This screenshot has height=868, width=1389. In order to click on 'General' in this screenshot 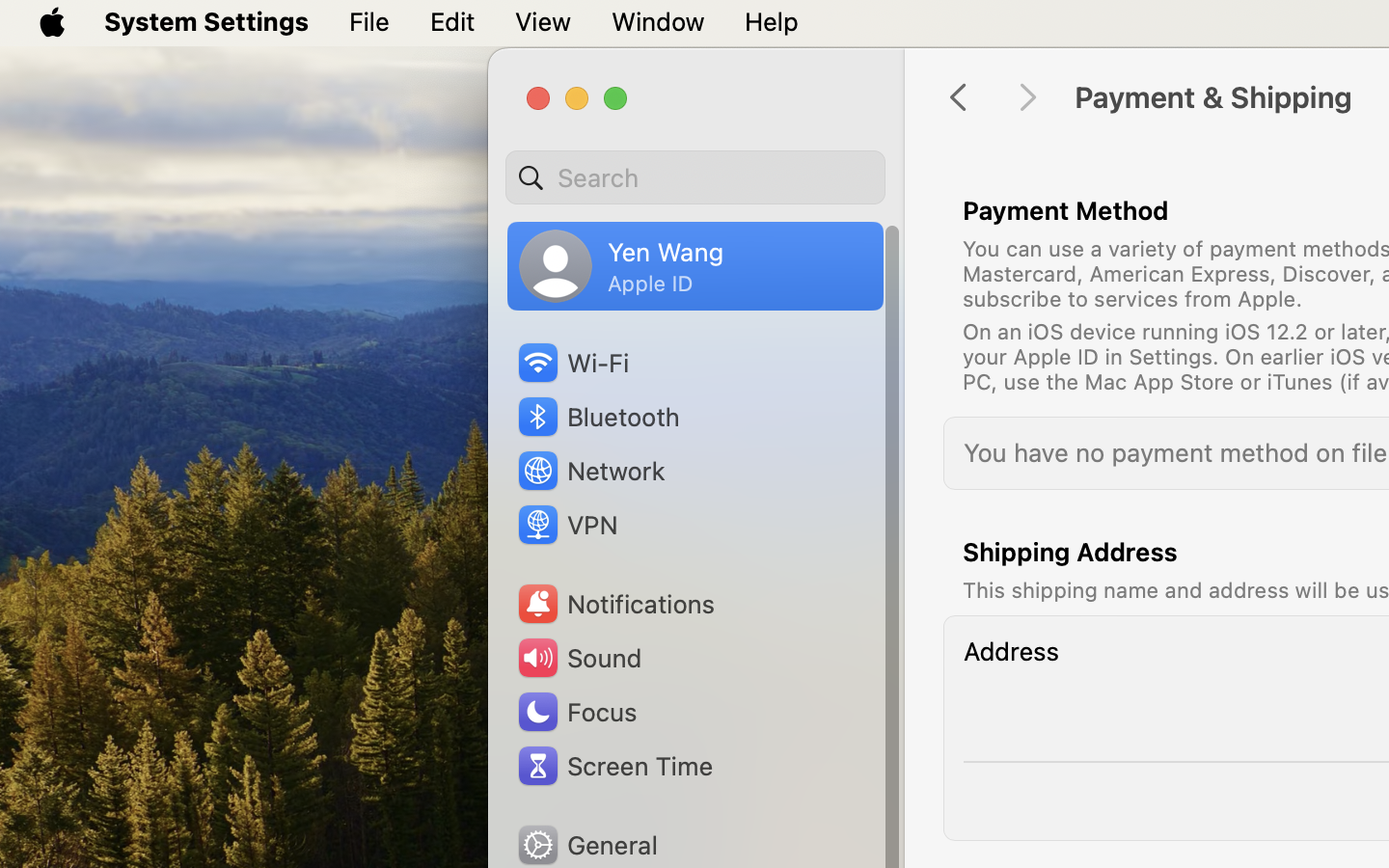, I will do `click(585, 844)`.